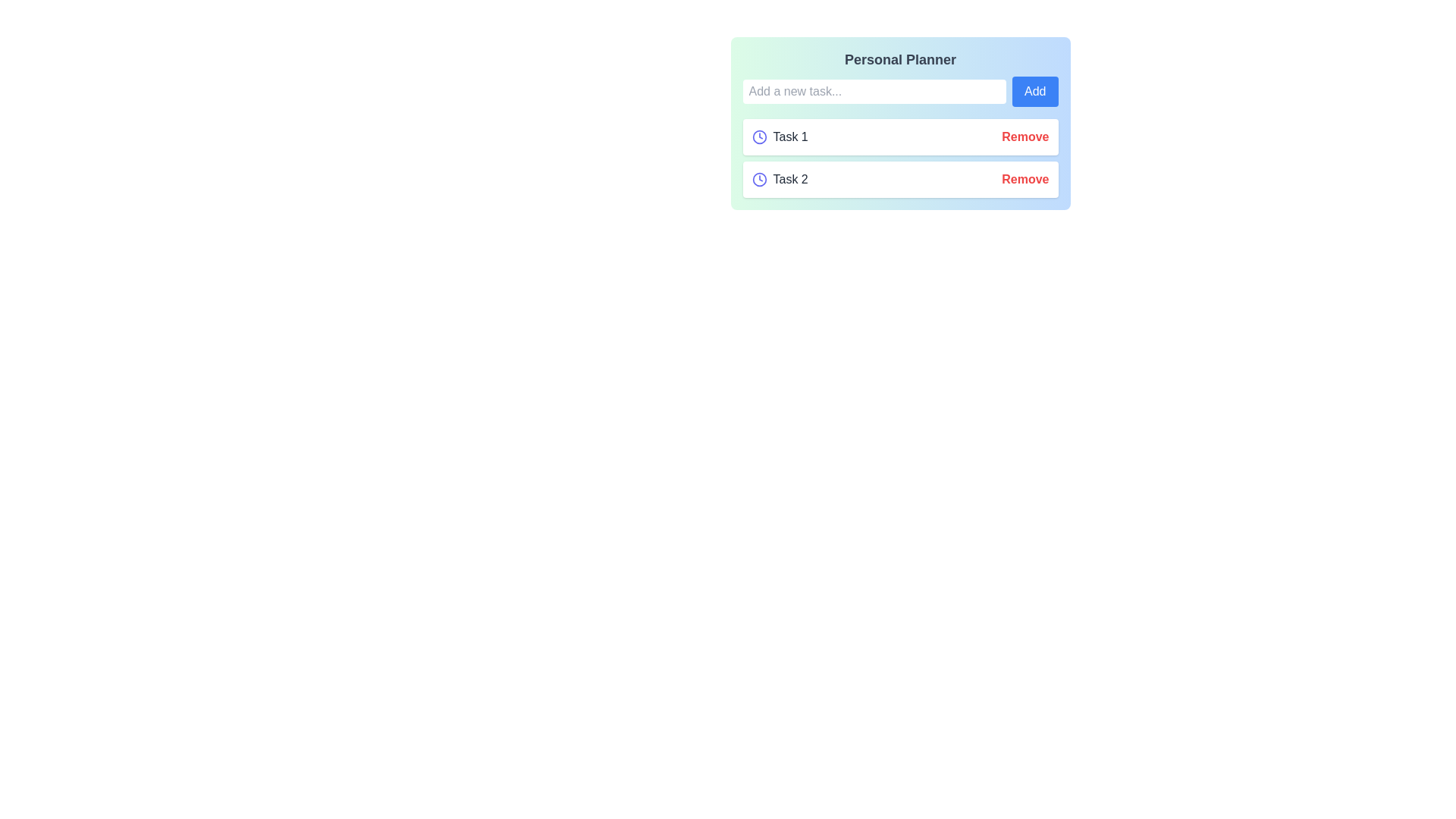 This screenshot has width=1456, height=819. I want to click on 'Remove' button for task 1, so click(1025, 137).